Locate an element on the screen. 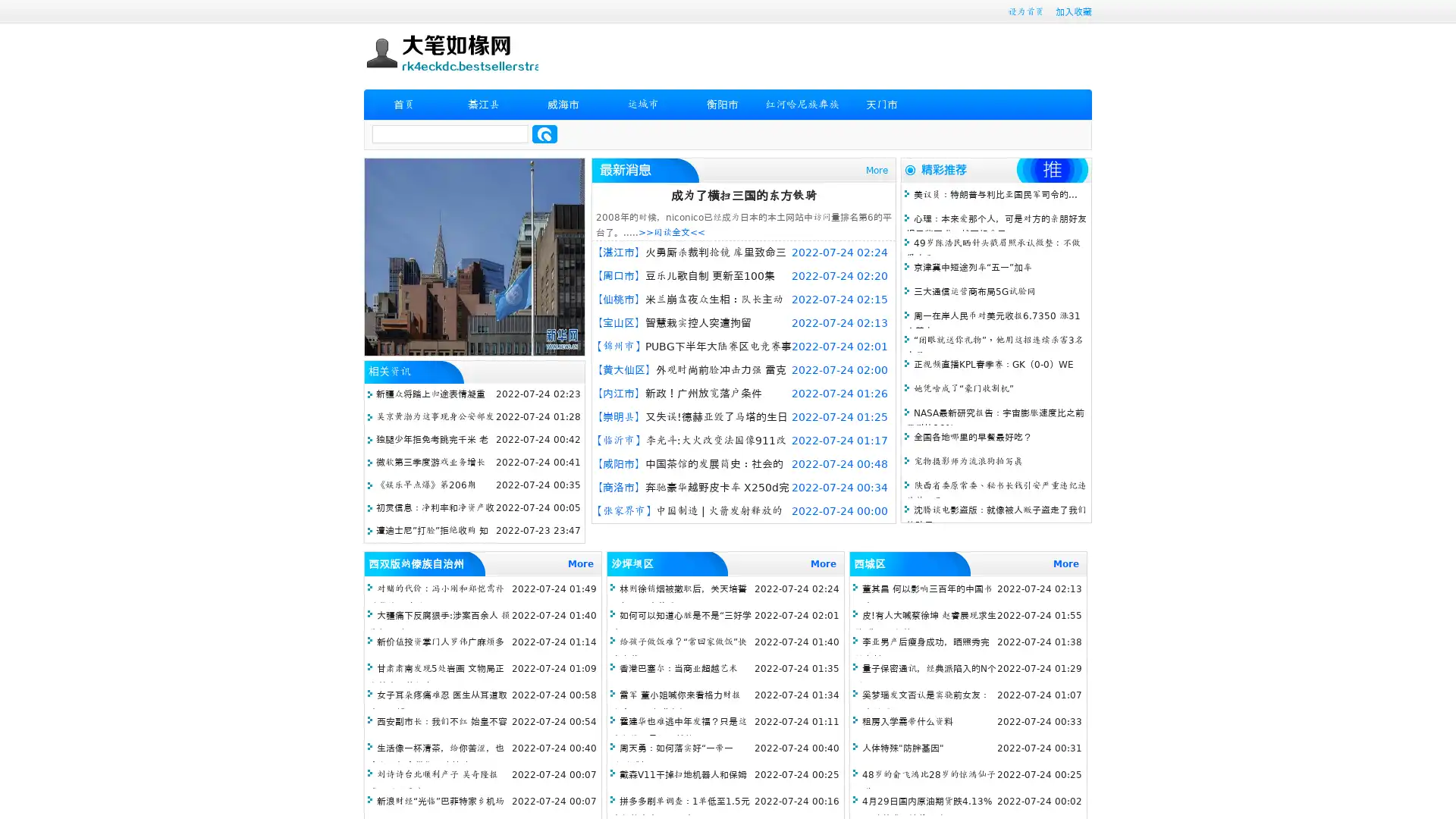 Image resolution: width=1456 pixels, height=819 pixels. Search is located at coordinates (544, 133).